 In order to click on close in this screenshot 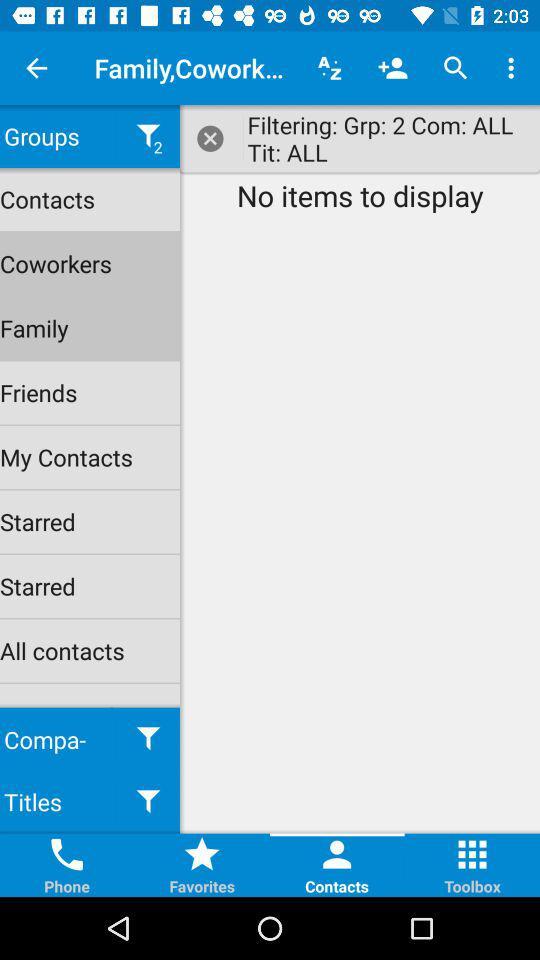, I will do `click(210, 137)`.